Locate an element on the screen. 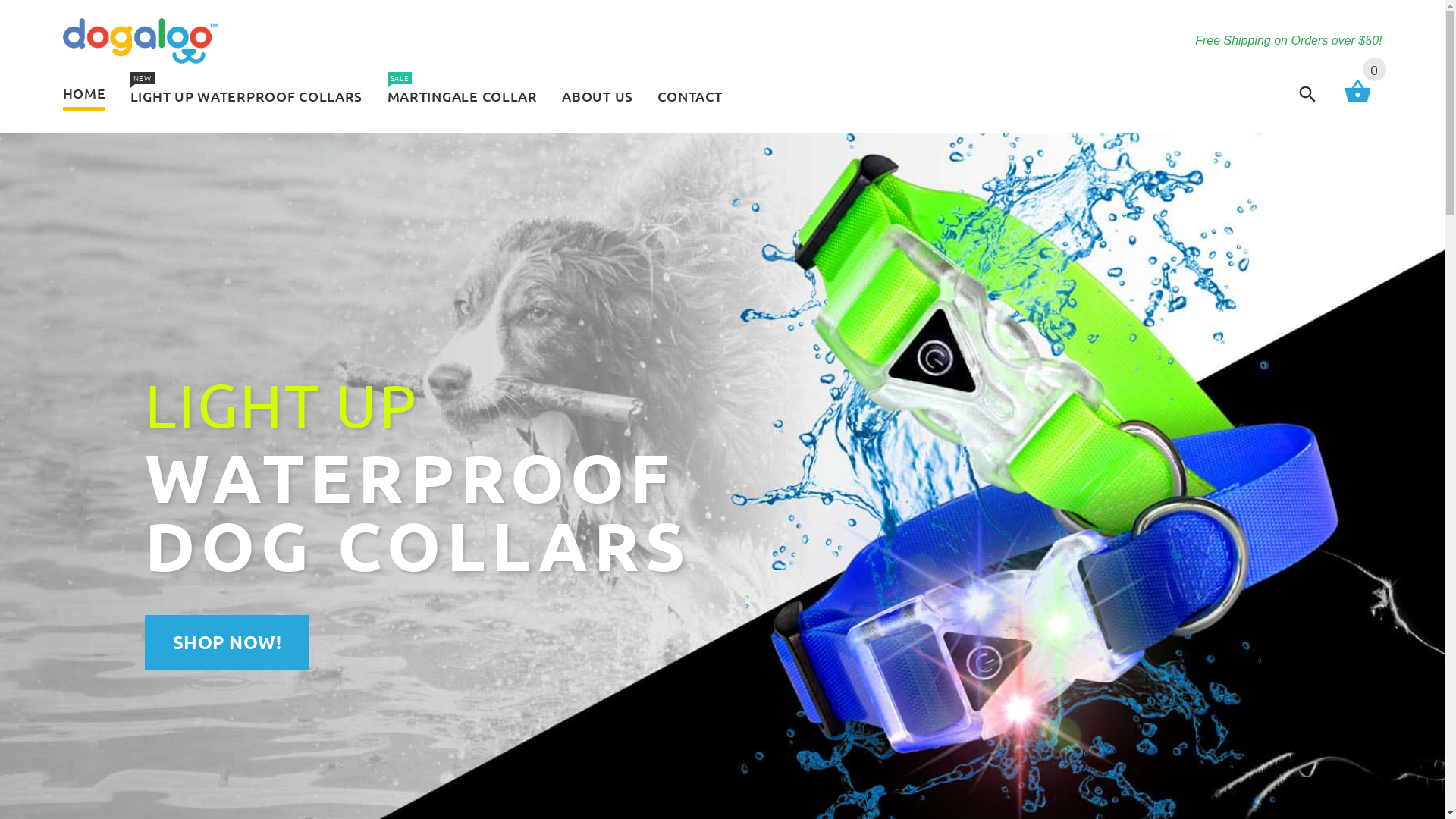 This screenshot has height=819, width=1456. 'HOME' is located at coordinates (89, 94).